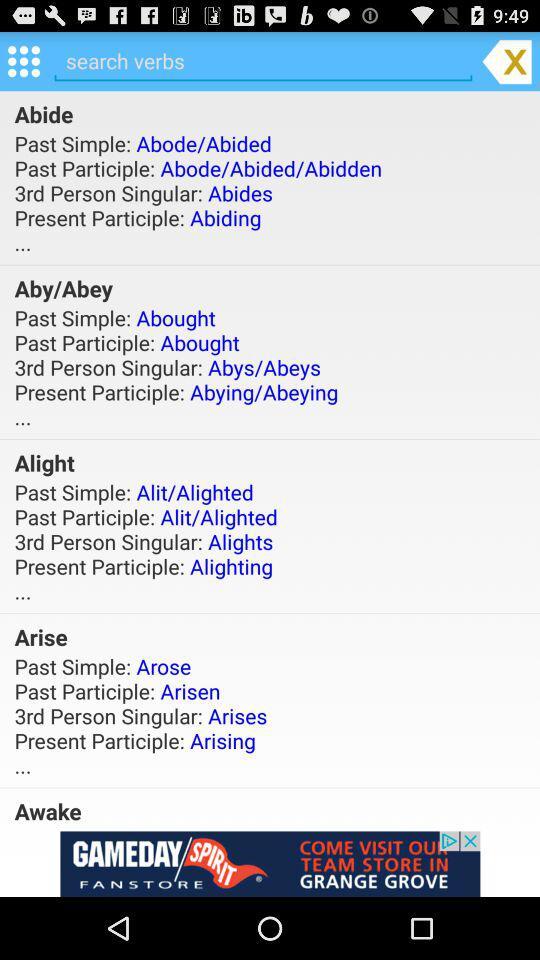  What do you see at coordinates (22, 59) in the screenshot?
I see `open menu` at bounding box center [22, 59].